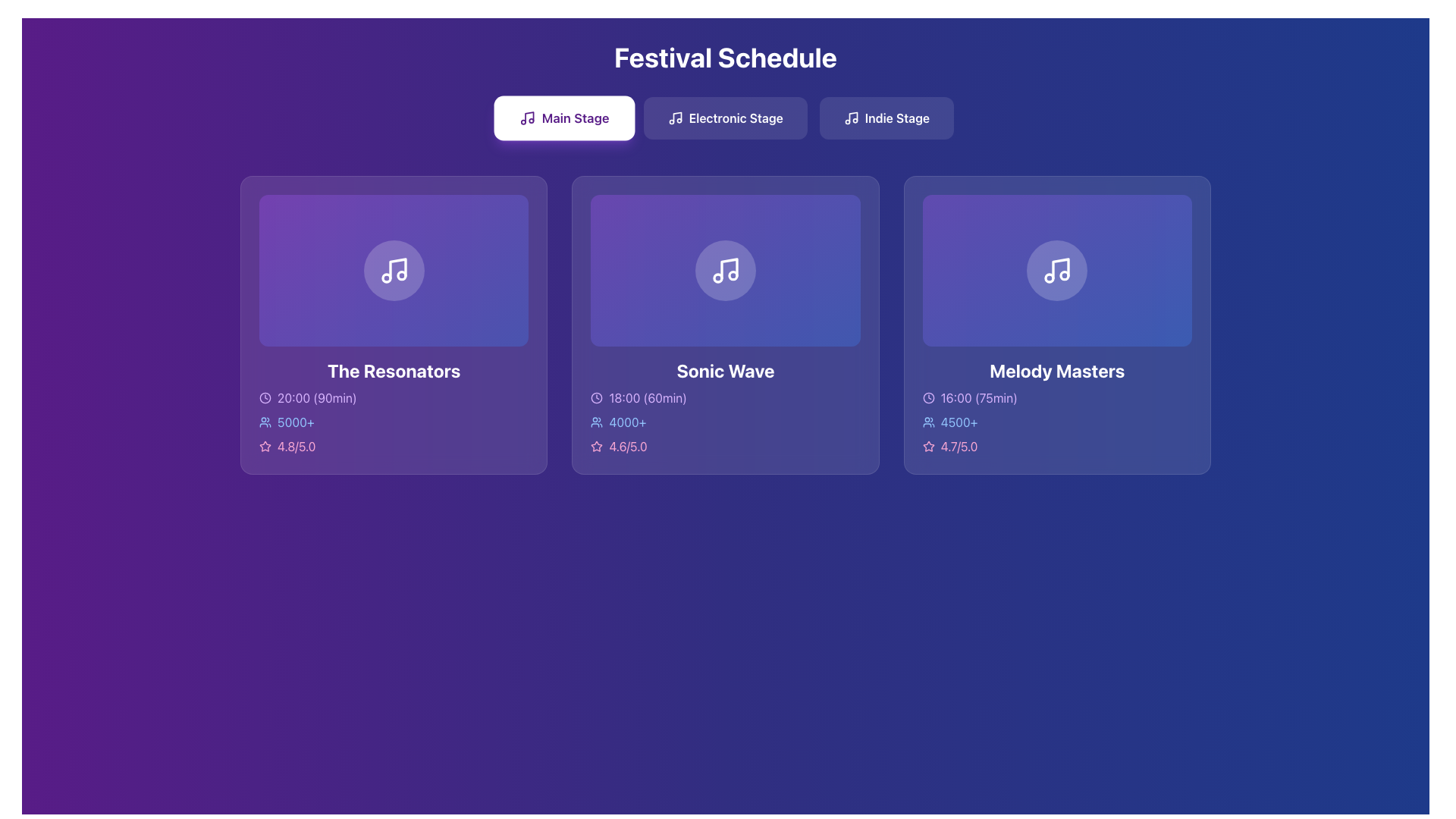 The height and width of the screenshot is (819, 1456). Describe the element at coordinates (959, 422) in the screenshot. I see `the text label displaying '4500+' in light blue font on a dark blue background, which is located below a small user icon in the 'Melody Masters' event card under the 'Main Stage' tab` at that location.